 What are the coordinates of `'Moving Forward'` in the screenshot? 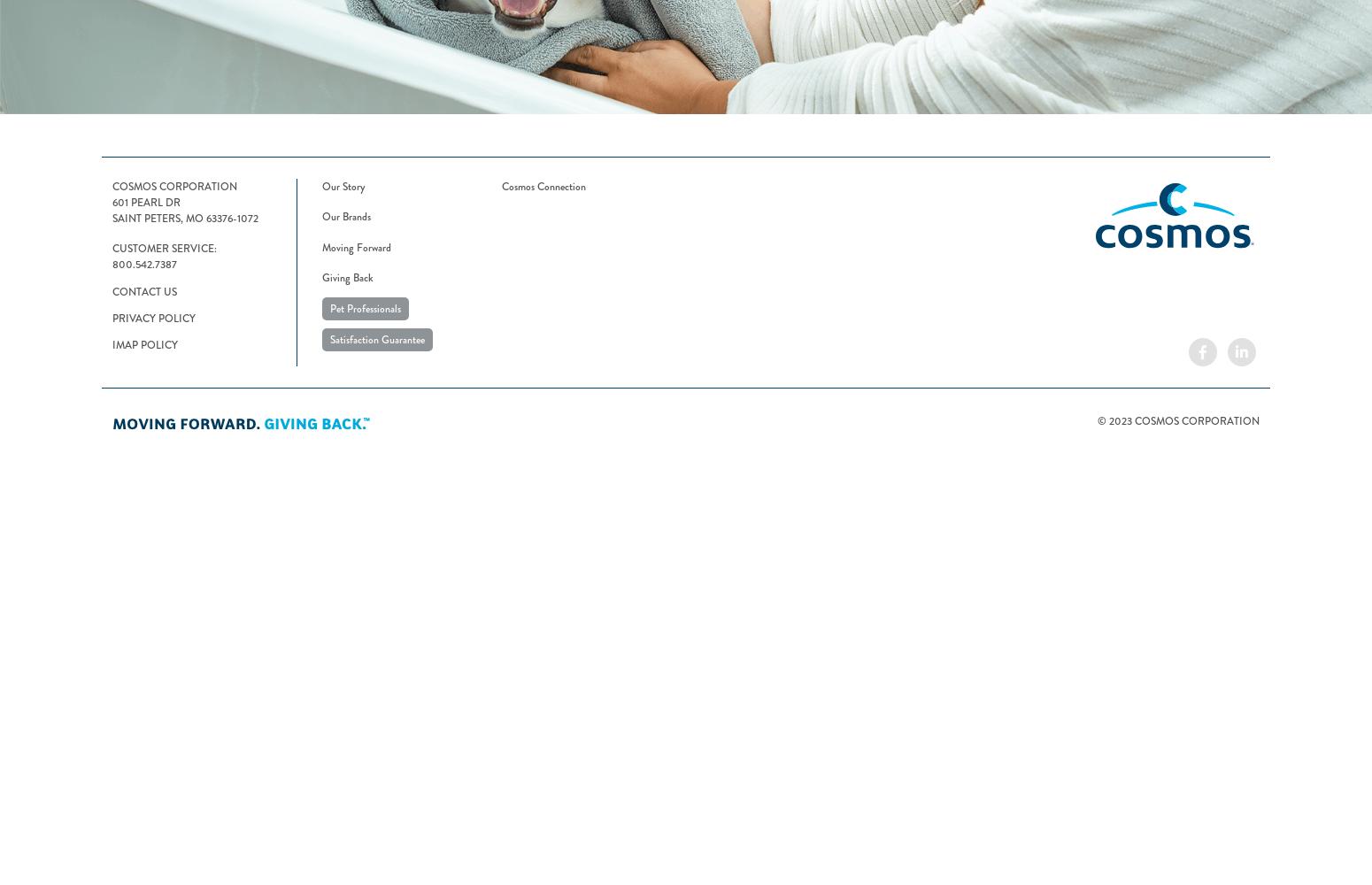 It's located at (357, 247).